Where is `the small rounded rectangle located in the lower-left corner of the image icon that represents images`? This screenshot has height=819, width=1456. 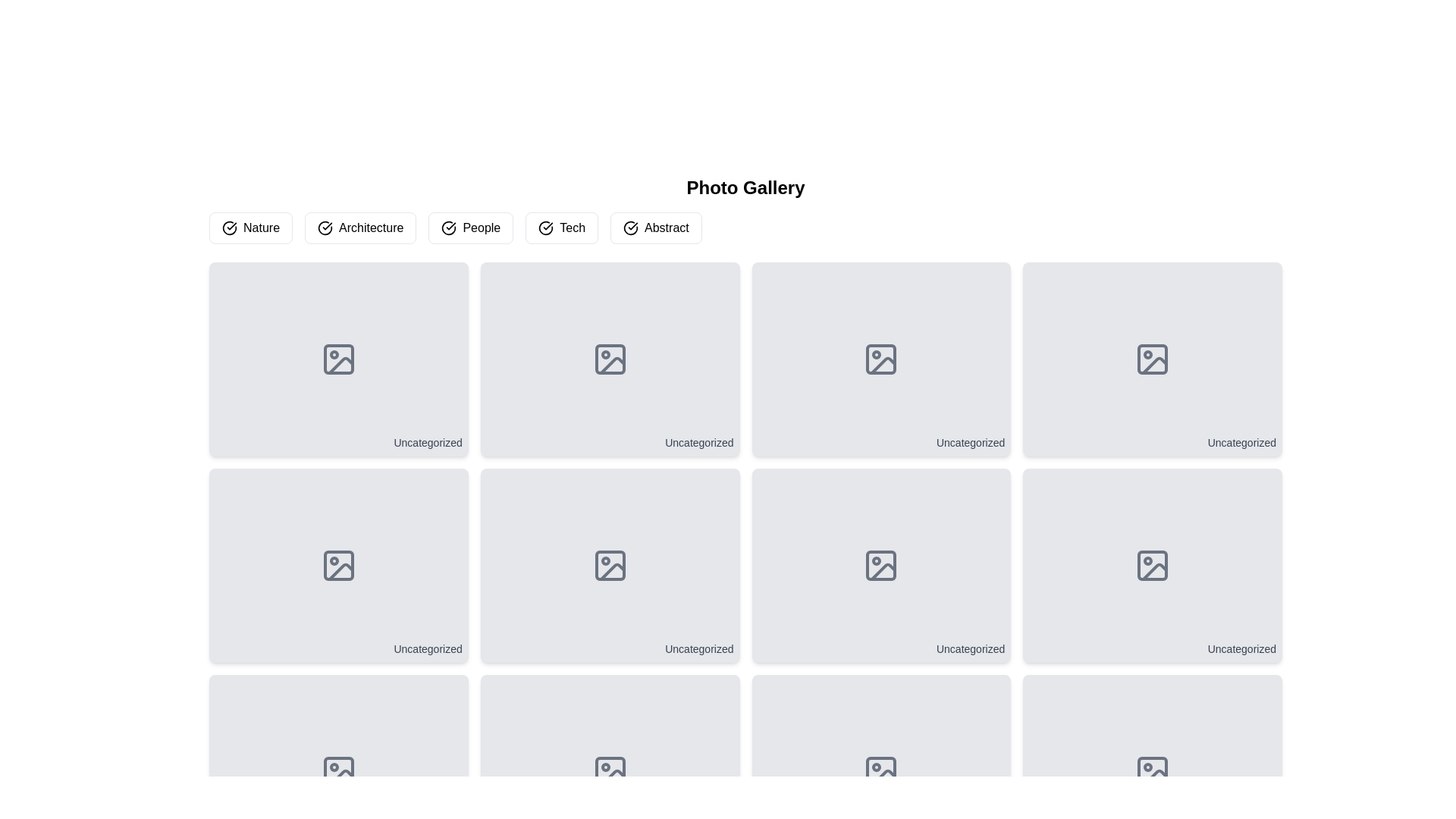 the small rounded rectangle located in the lower-left corner of the image icon that represents images is located at coordinates (881, 772).